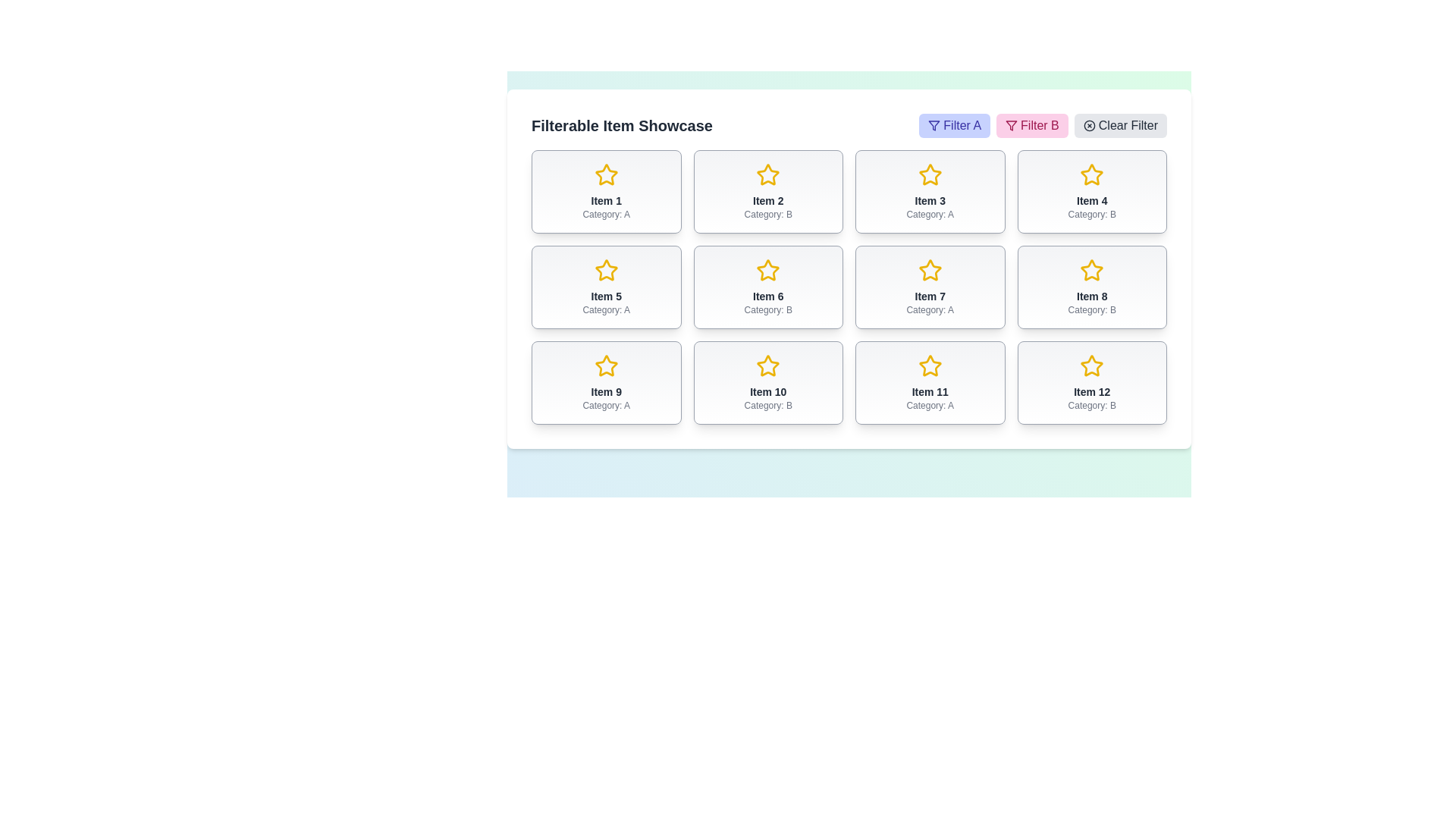 This screenshot has height=819, width=1456. What do you see at coordinates (929, 200) in the screenshot?
I see `the static text label 'Item 3' which is located in the first row, third column of the grid, positioned below a yellow star icon and above the text 'Category: A'` at bounding box center [929, 200].